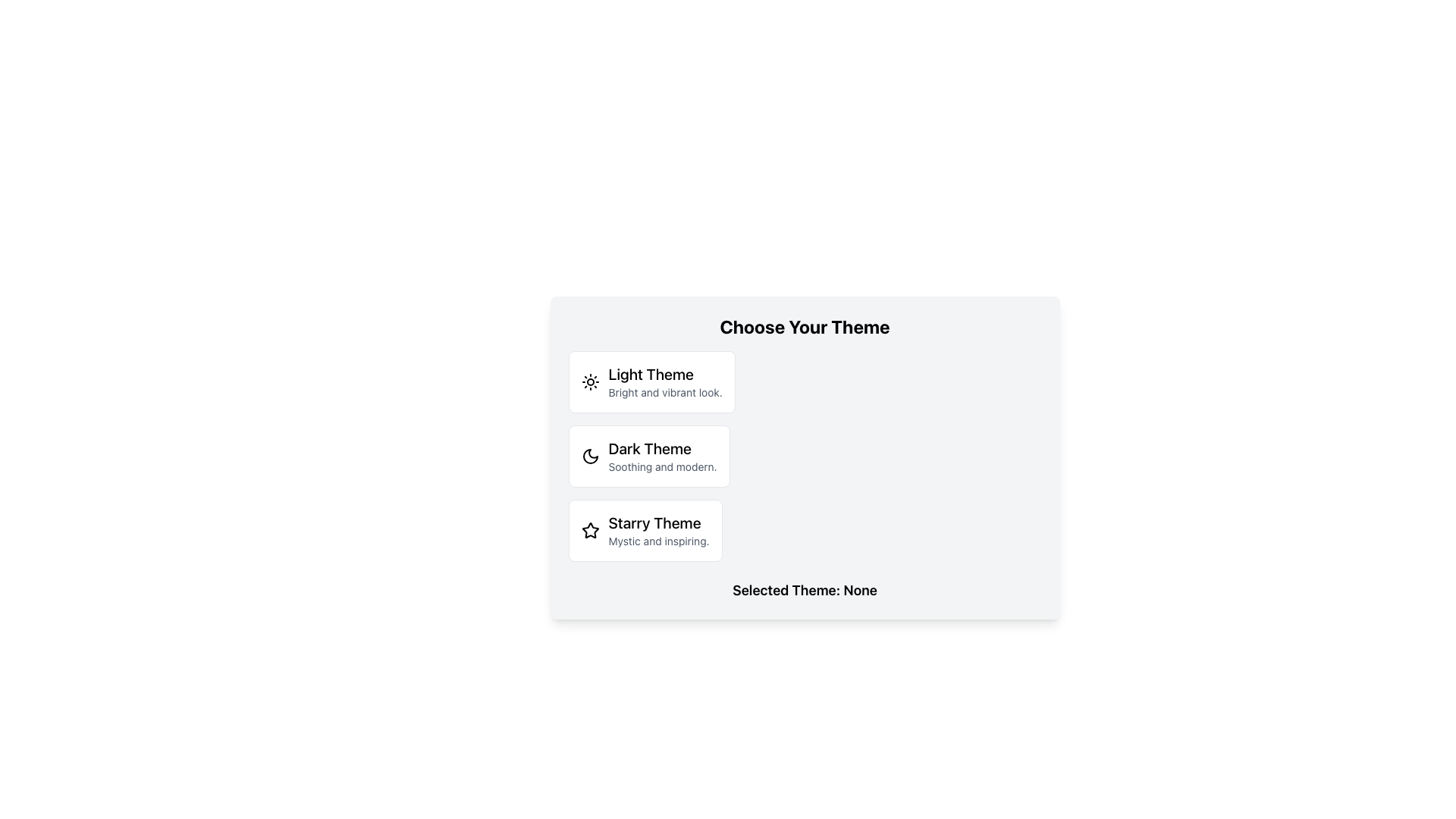 This screenshot has width=1456, height=819. I want to click on the 'Starry Theme' text description element, which features a bold first line and a lighter second line, located at the bottom of the theme list, so click(658, 529).